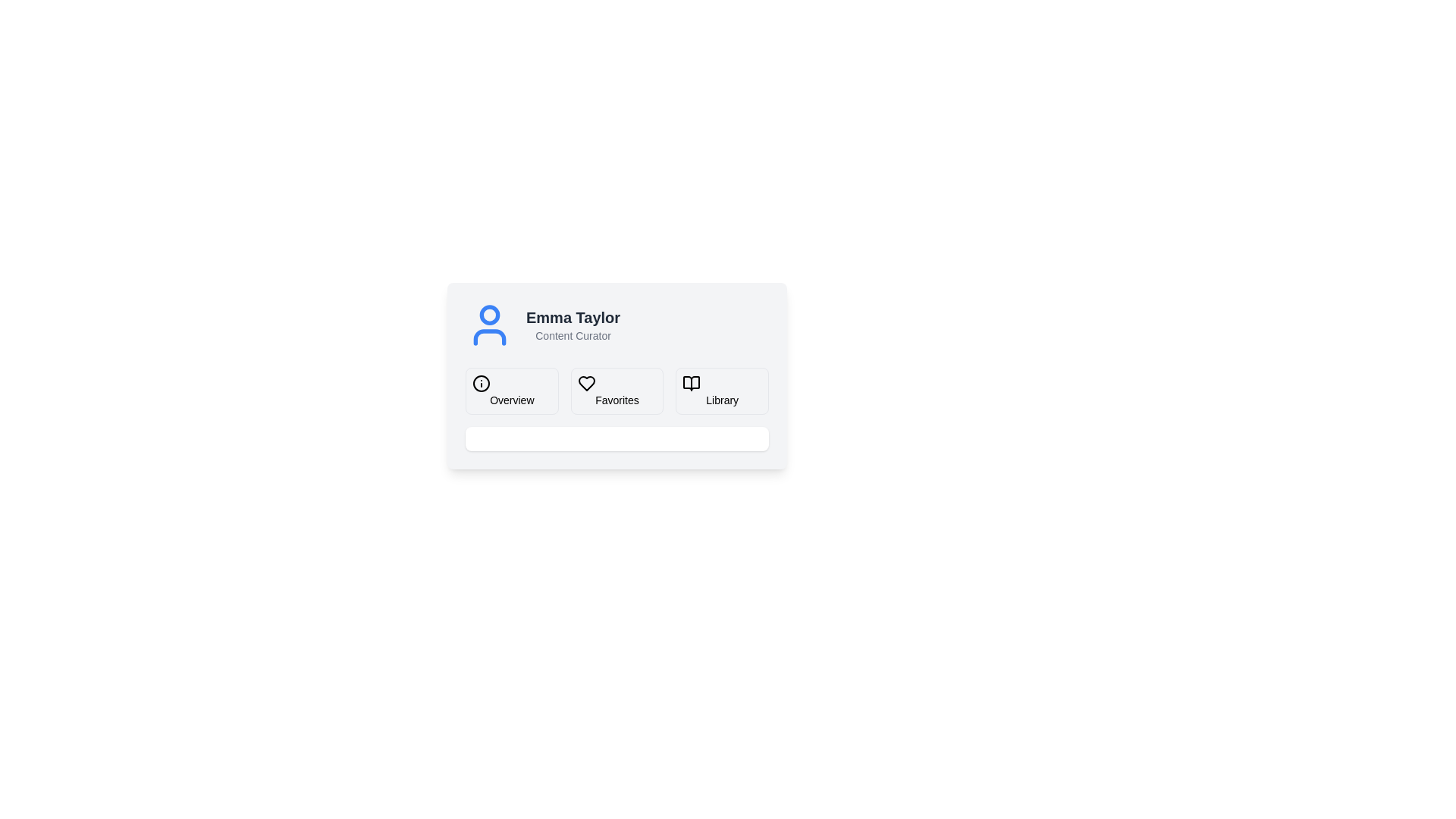 The image size is (1456, 819). Describe the element at coordinates (480, 382) in the screenshot. I see `the information icon located to the left of the 'Overview' text in the Overview section of the user profile card for Emma Taylor` at that location.